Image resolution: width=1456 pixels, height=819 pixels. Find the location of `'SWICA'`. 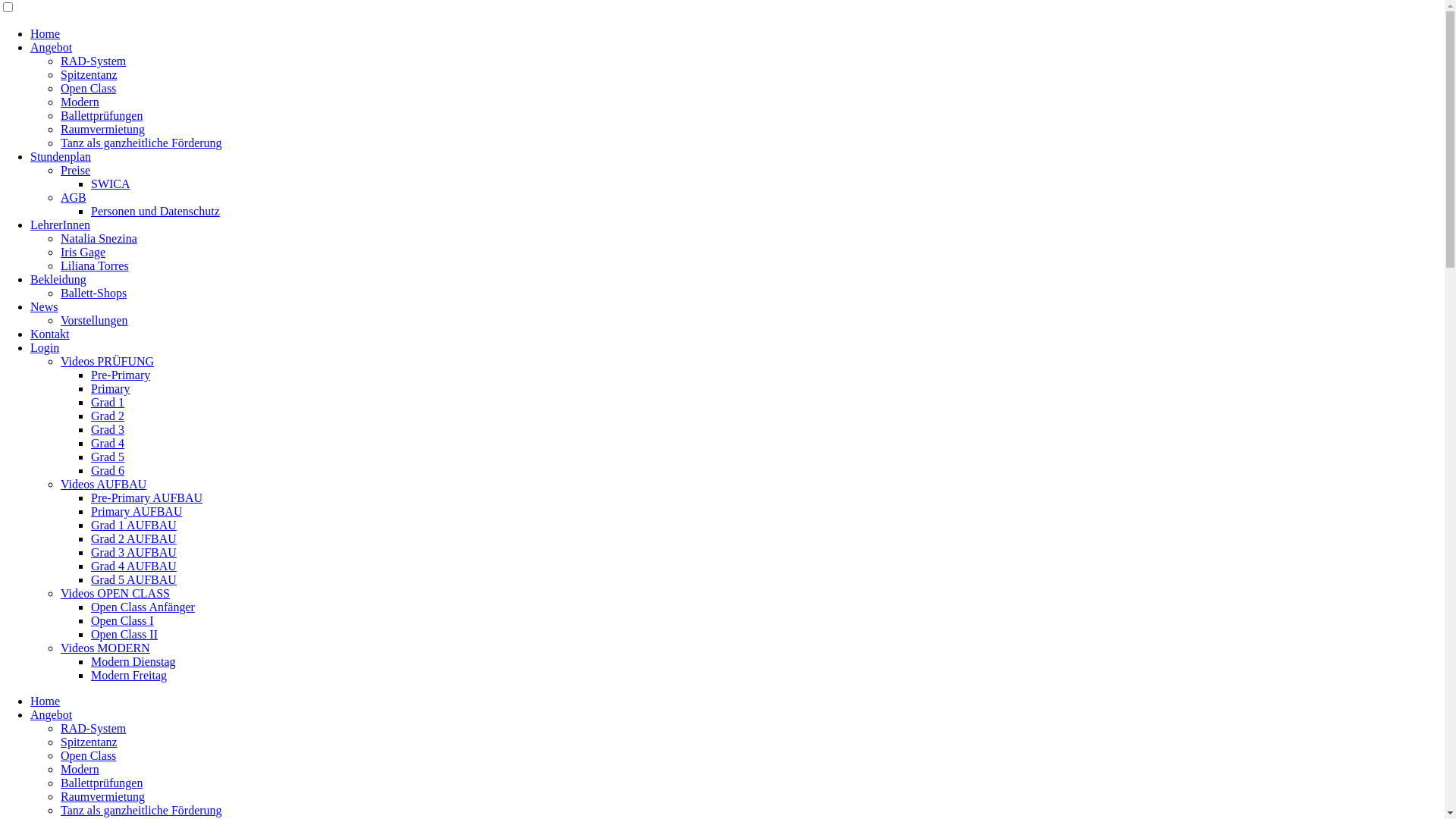

'SWICA' is located at coordinates (109, 183).